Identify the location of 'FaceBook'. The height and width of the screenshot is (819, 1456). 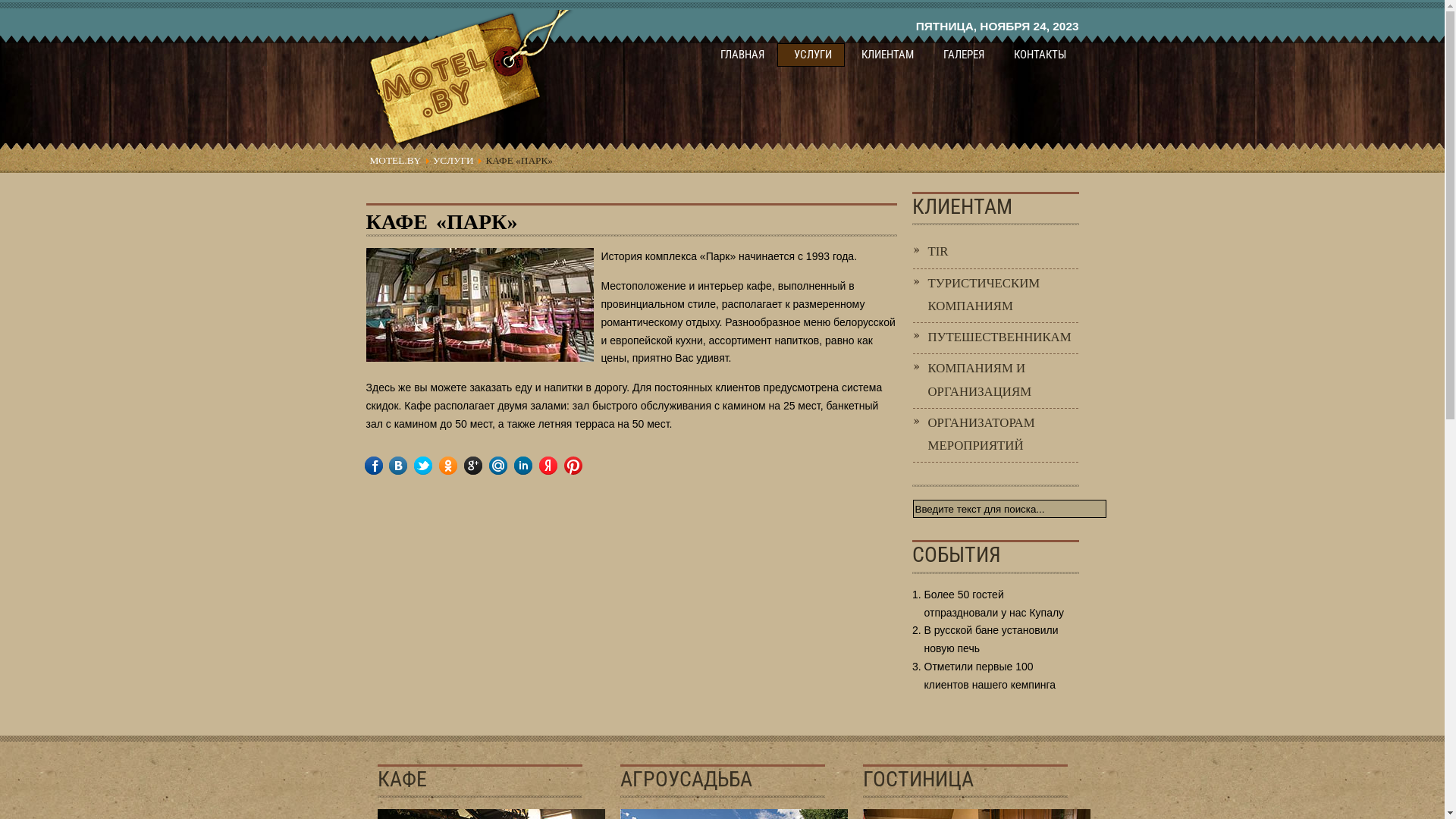
(384, 464).